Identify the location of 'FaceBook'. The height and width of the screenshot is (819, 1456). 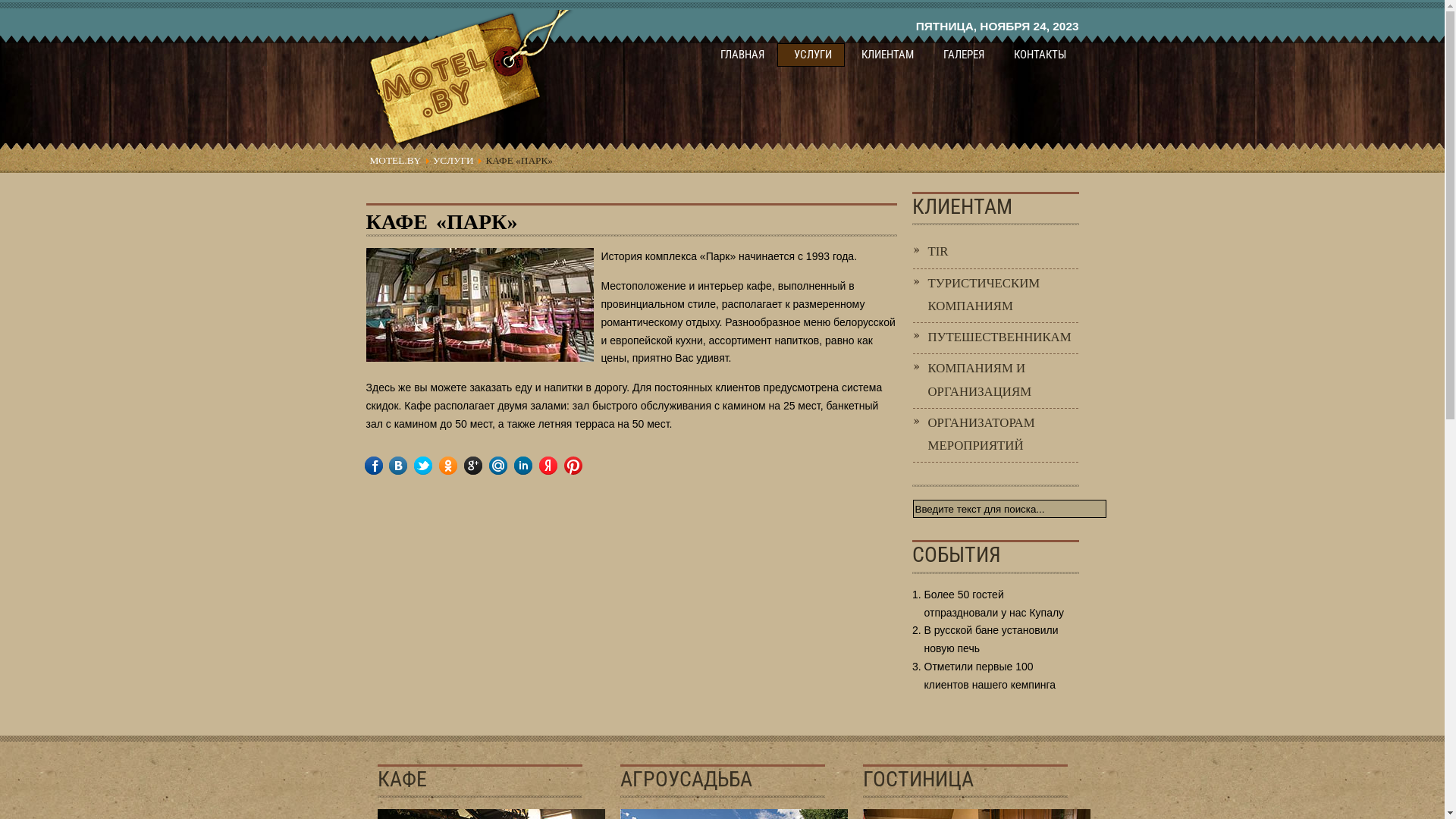
(384, 464).